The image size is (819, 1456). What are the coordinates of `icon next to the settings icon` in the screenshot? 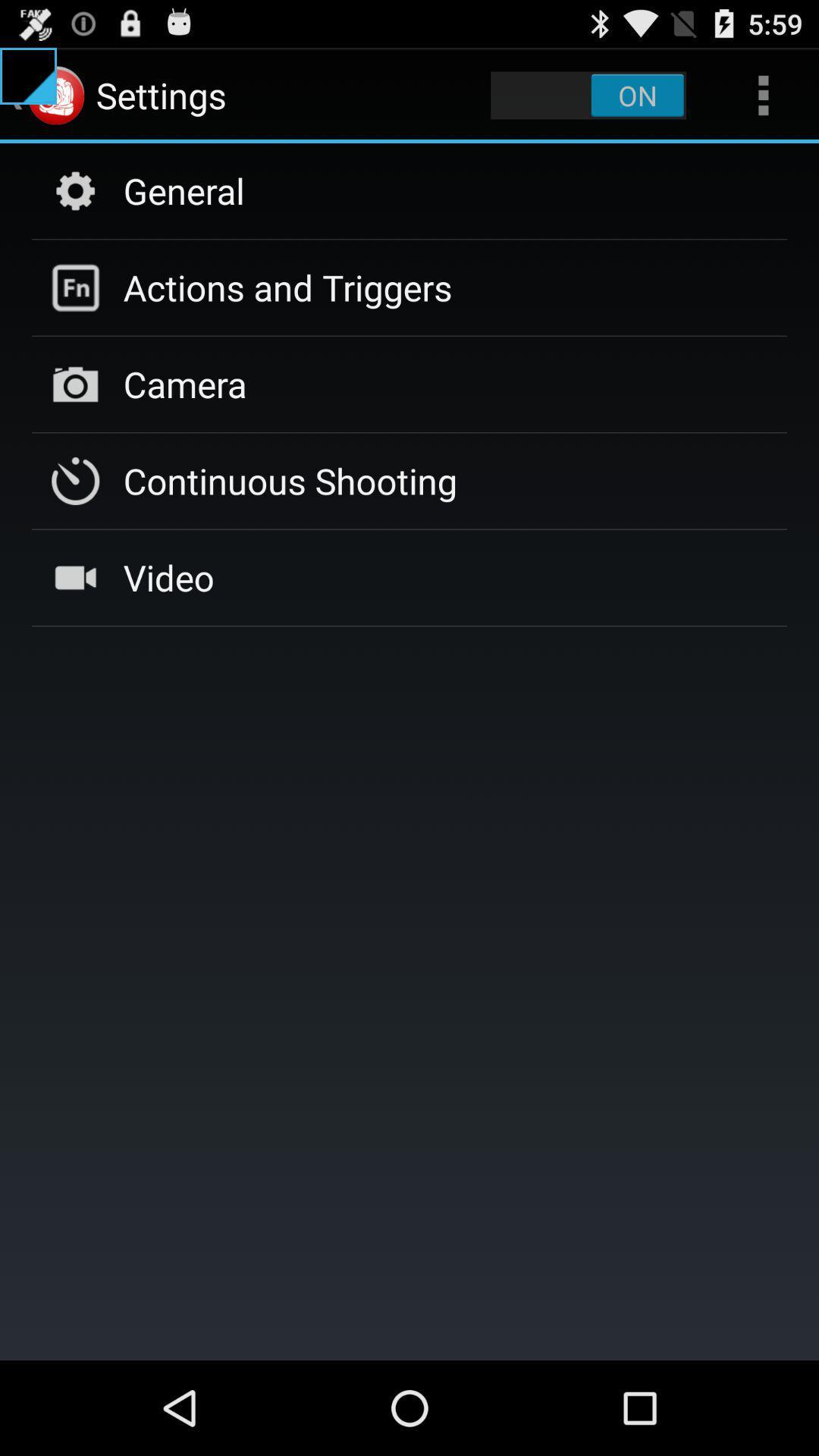 It's located at (588, 94).